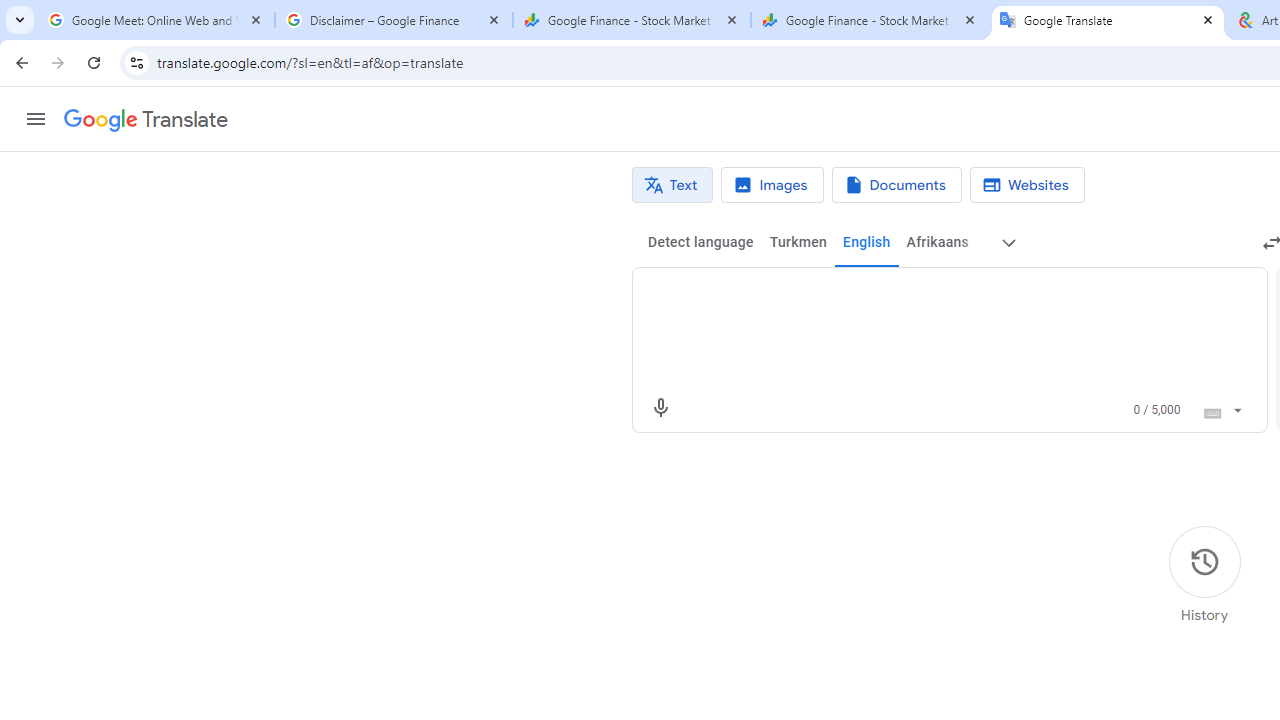 The image size is (1280, 720). Describe the element at coordinates (700, 242) in the screenshot. I see `'Detect language'` at that location.